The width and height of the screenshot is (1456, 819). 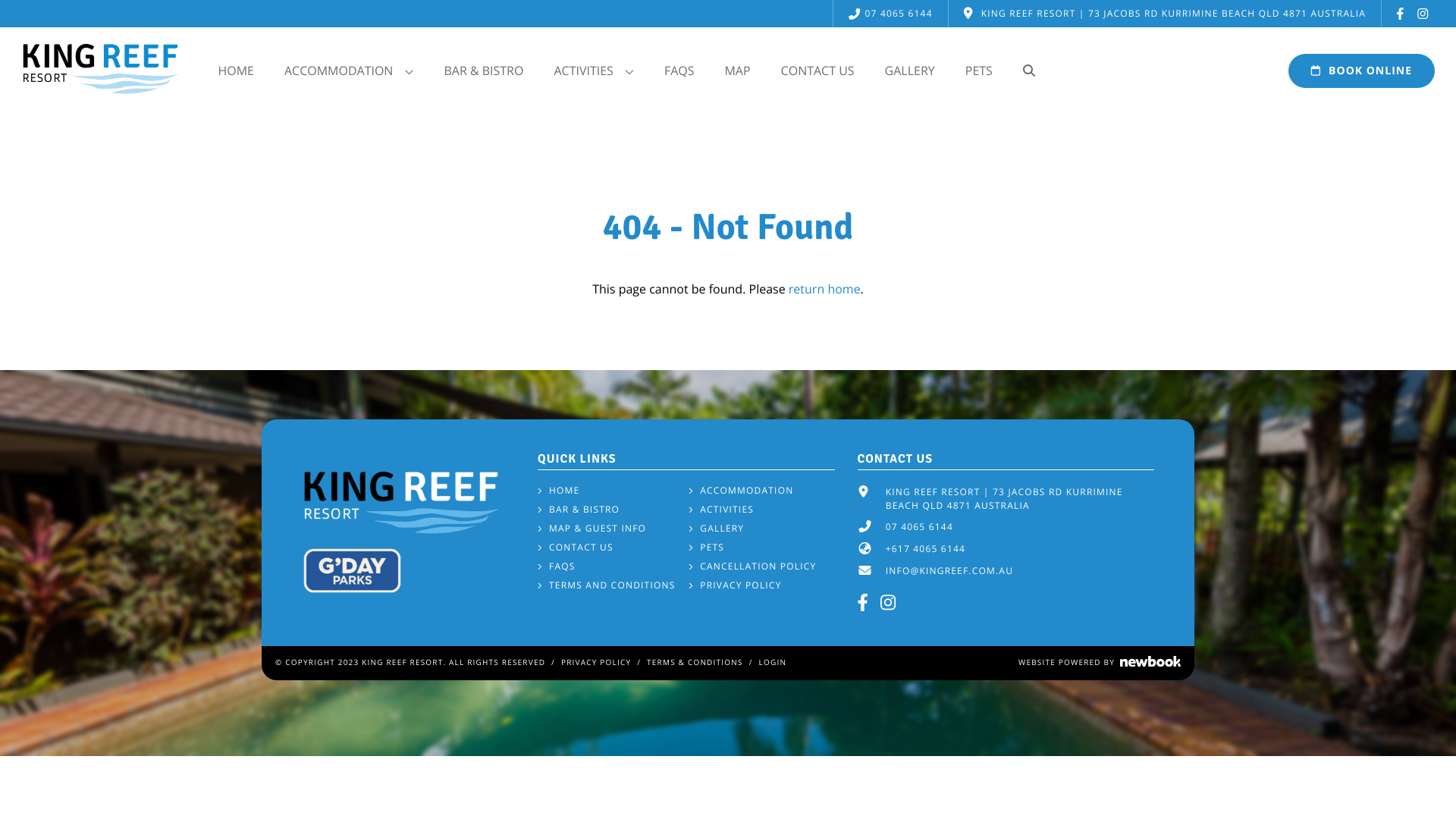 What do you see at coordinates (979, 70) in the screenshot?
I see `'PETS'` at bounding box center [979, 70].